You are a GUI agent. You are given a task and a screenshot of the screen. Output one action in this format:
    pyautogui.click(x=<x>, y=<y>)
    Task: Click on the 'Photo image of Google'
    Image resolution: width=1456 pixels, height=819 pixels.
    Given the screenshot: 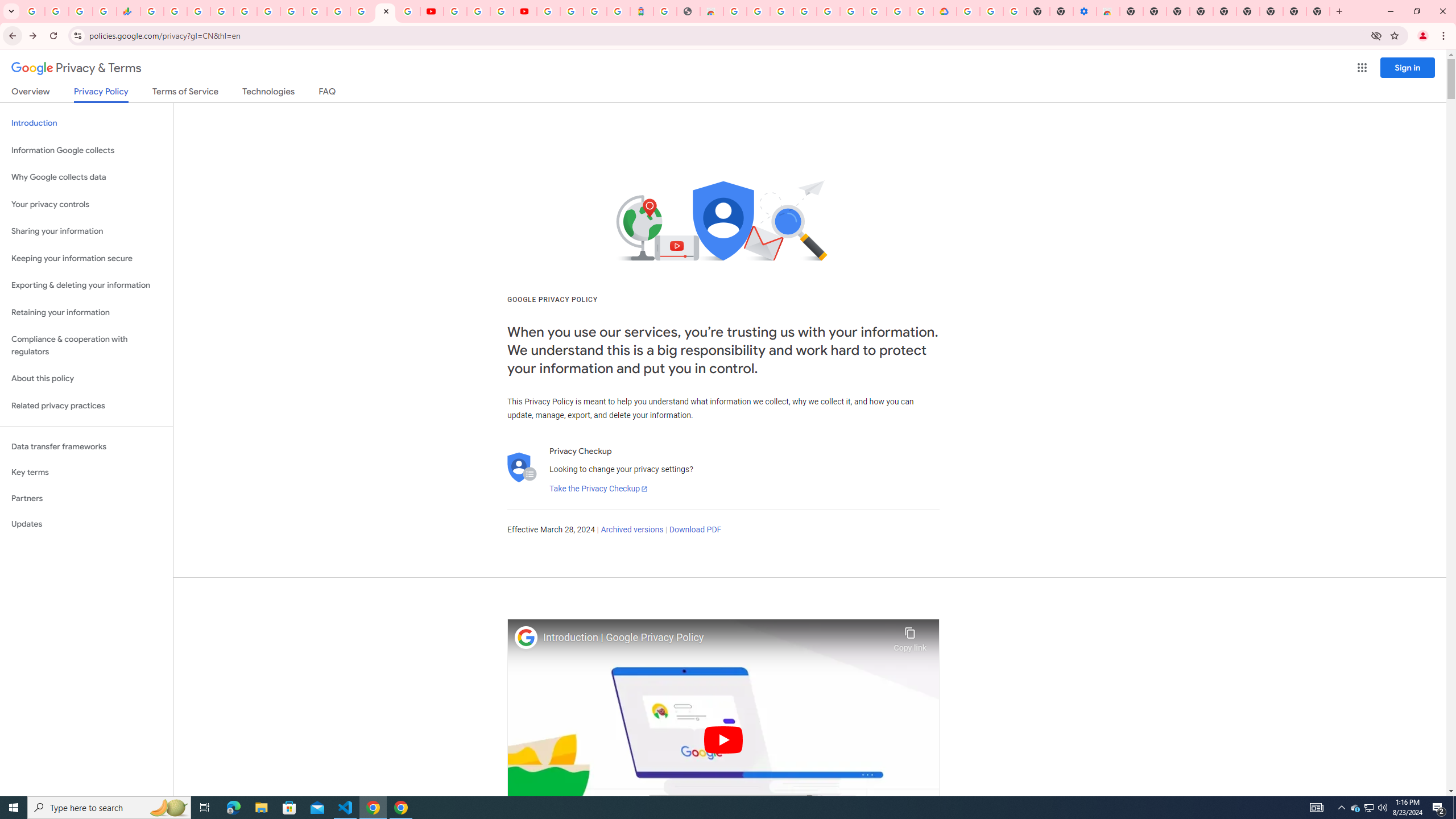 What is the action you would take?
    pyautogui.click(x=526, y=636)
    